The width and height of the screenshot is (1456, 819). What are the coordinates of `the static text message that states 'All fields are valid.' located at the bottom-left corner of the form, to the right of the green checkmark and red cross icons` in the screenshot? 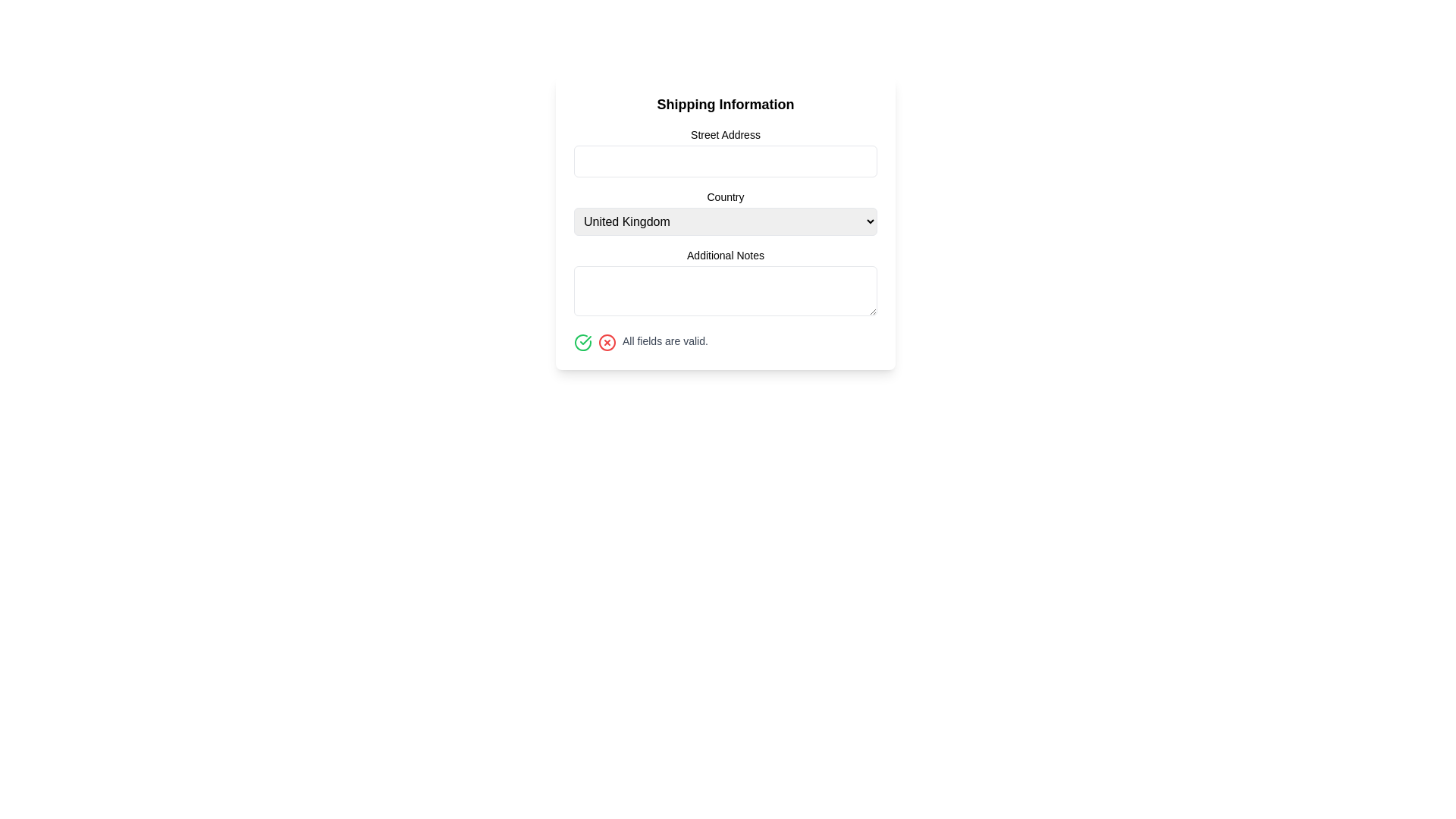 It's located at (665, 341).